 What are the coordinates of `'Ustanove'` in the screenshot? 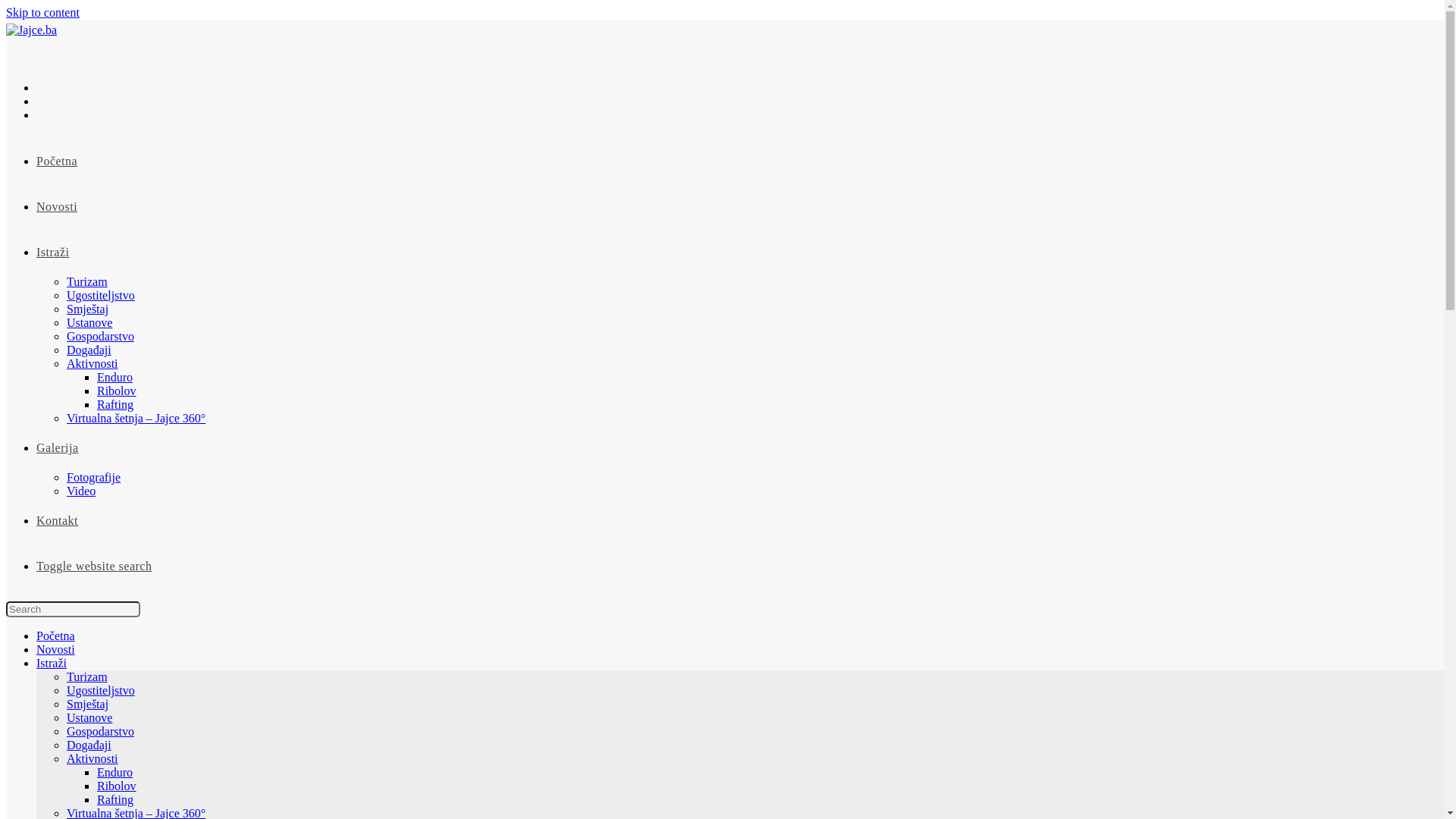 It's located at (89, 322).